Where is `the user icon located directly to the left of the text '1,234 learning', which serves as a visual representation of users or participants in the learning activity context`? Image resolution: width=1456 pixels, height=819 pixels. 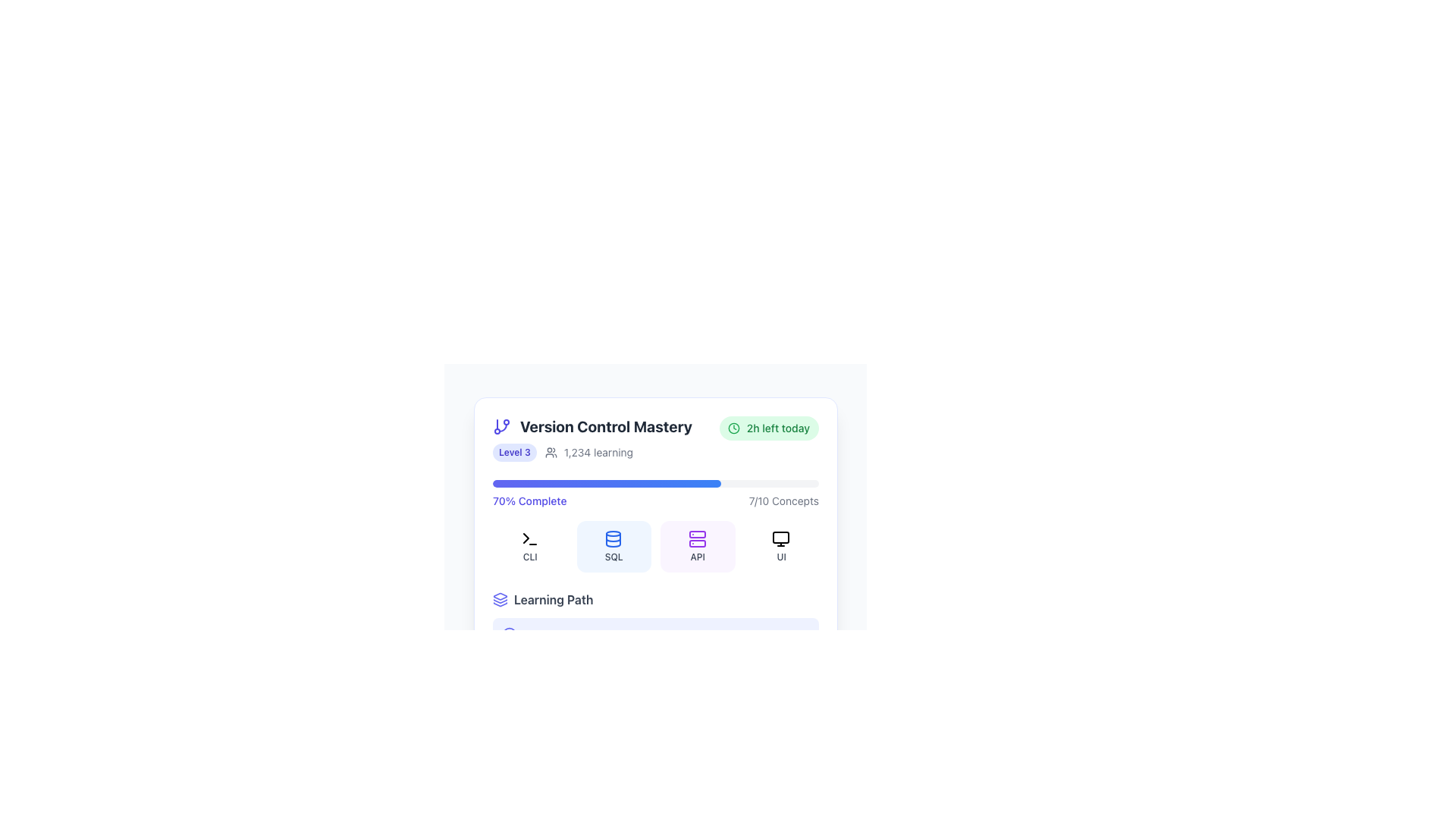
the user icon located directly to the left of the text '1,234 learning', which serves as a visual representation of users or participants in the learning activity context is located at coordinates (551, 452).